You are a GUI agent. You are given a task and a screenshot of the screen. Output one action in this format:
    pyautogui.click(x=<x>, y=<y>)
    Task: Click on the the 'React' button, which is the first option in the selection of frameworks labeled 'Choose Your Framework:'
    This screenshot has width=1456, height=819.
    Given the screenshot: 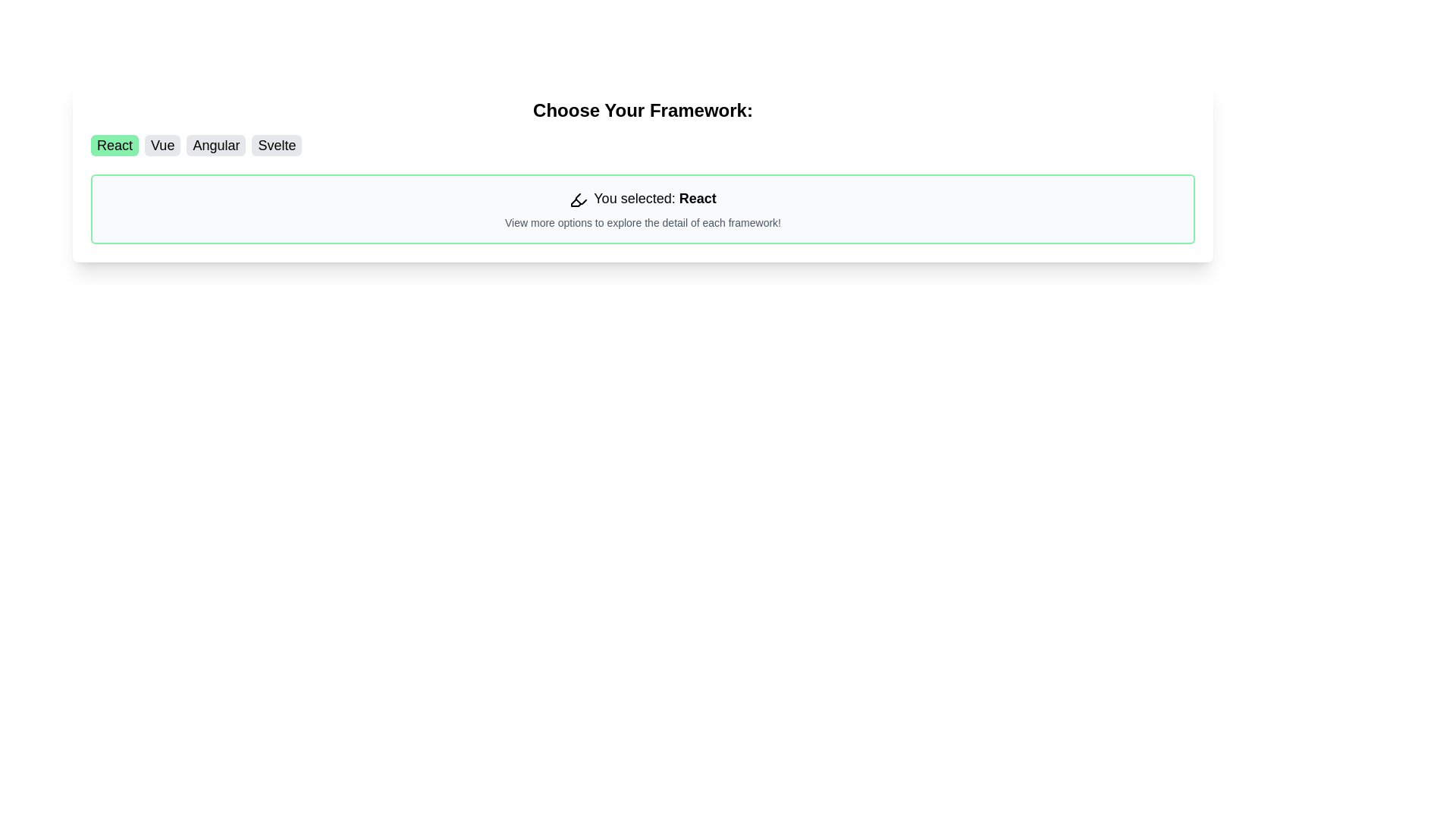 What is the action you would take?
    pyautogui.click(x=114, y=146)
    